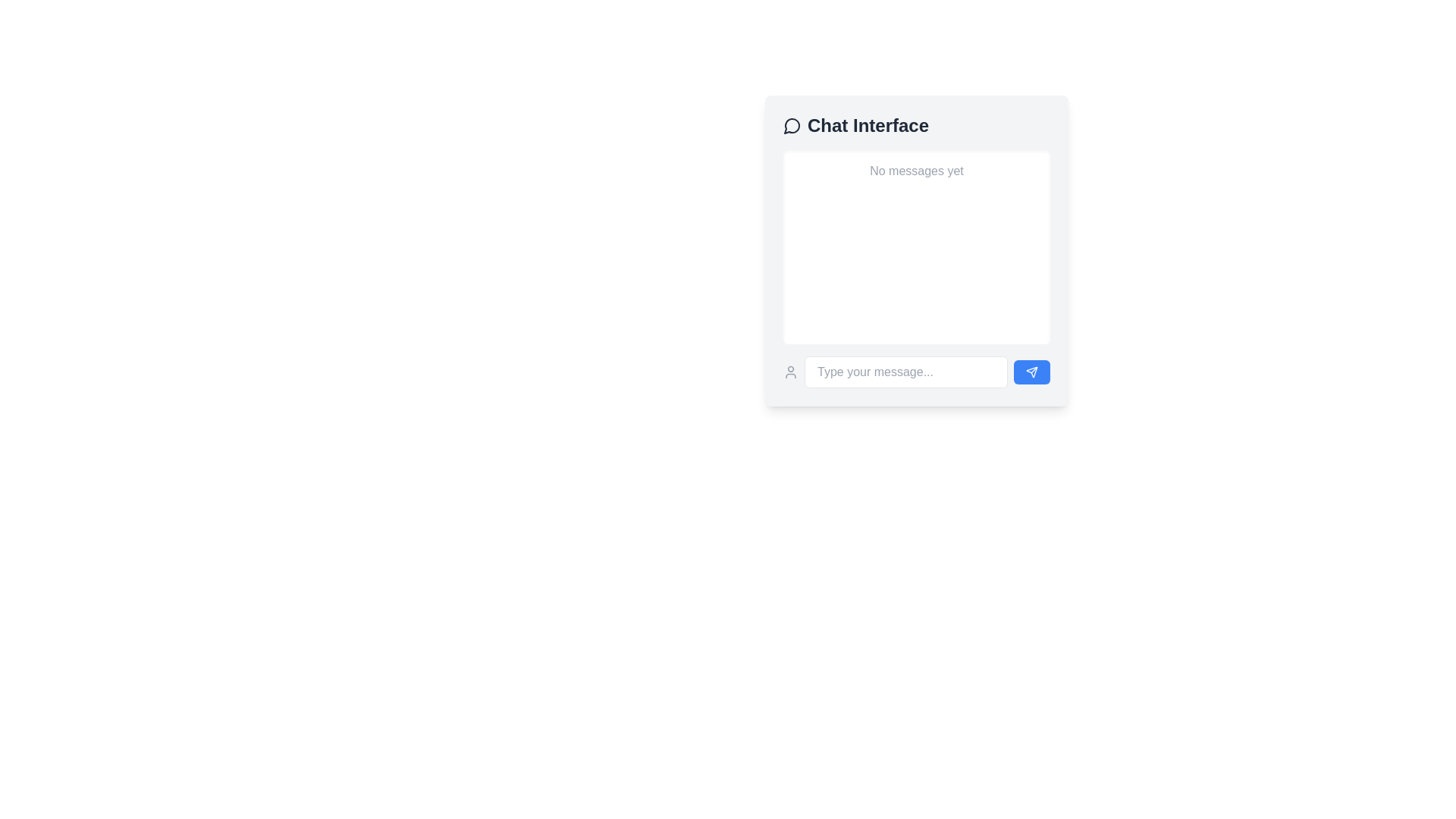 This screenshot has width=1456, height=819. I want to click on the user profile icon located at the bottom left of the chat interface, which serves as a placeholder for the user's avatar, so click(789, 372).